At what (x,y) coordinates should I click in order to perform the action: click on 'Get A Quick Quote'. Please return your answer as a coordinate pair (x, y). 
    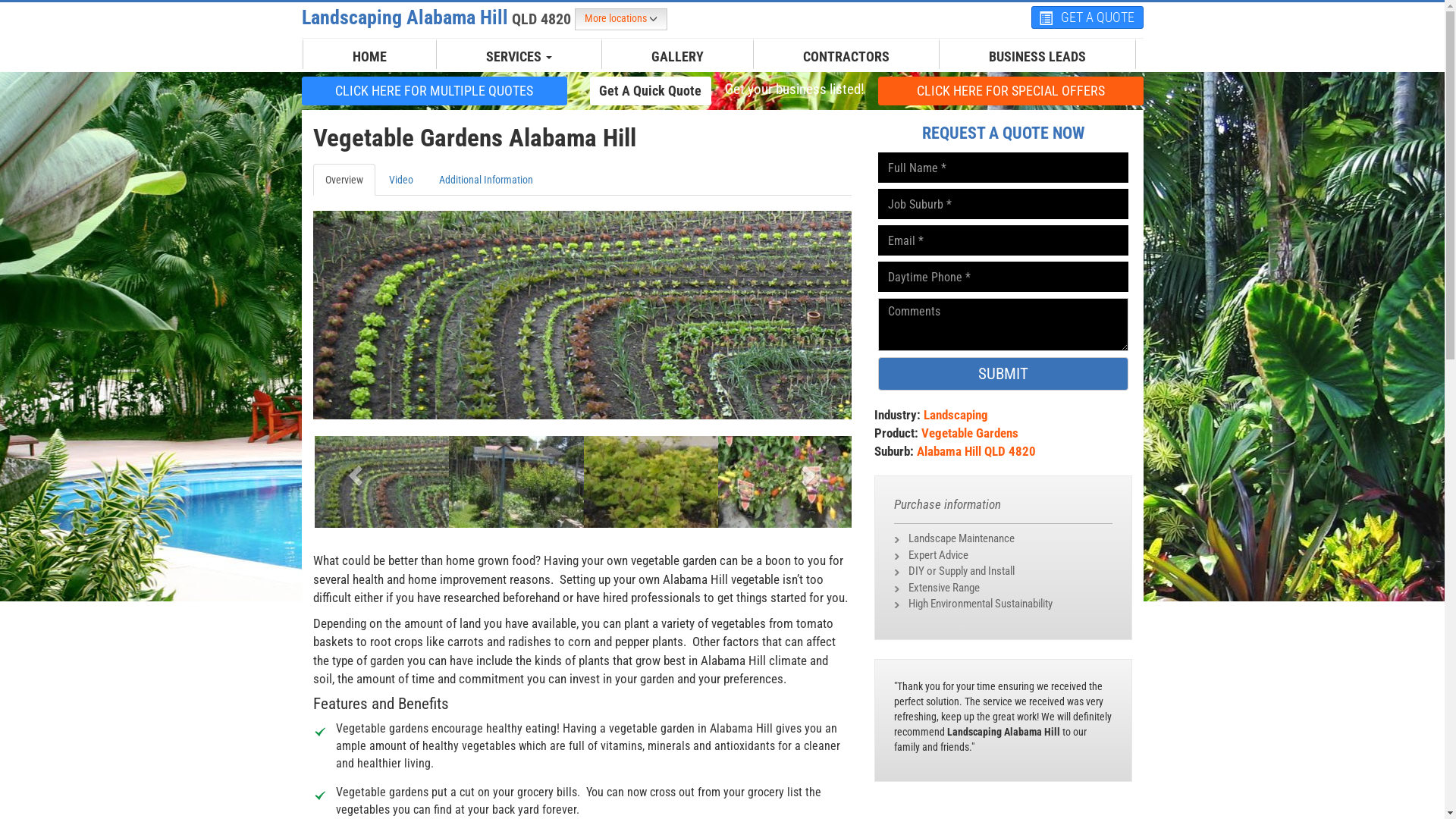
    Looking at the image, I should click on (651, 90).